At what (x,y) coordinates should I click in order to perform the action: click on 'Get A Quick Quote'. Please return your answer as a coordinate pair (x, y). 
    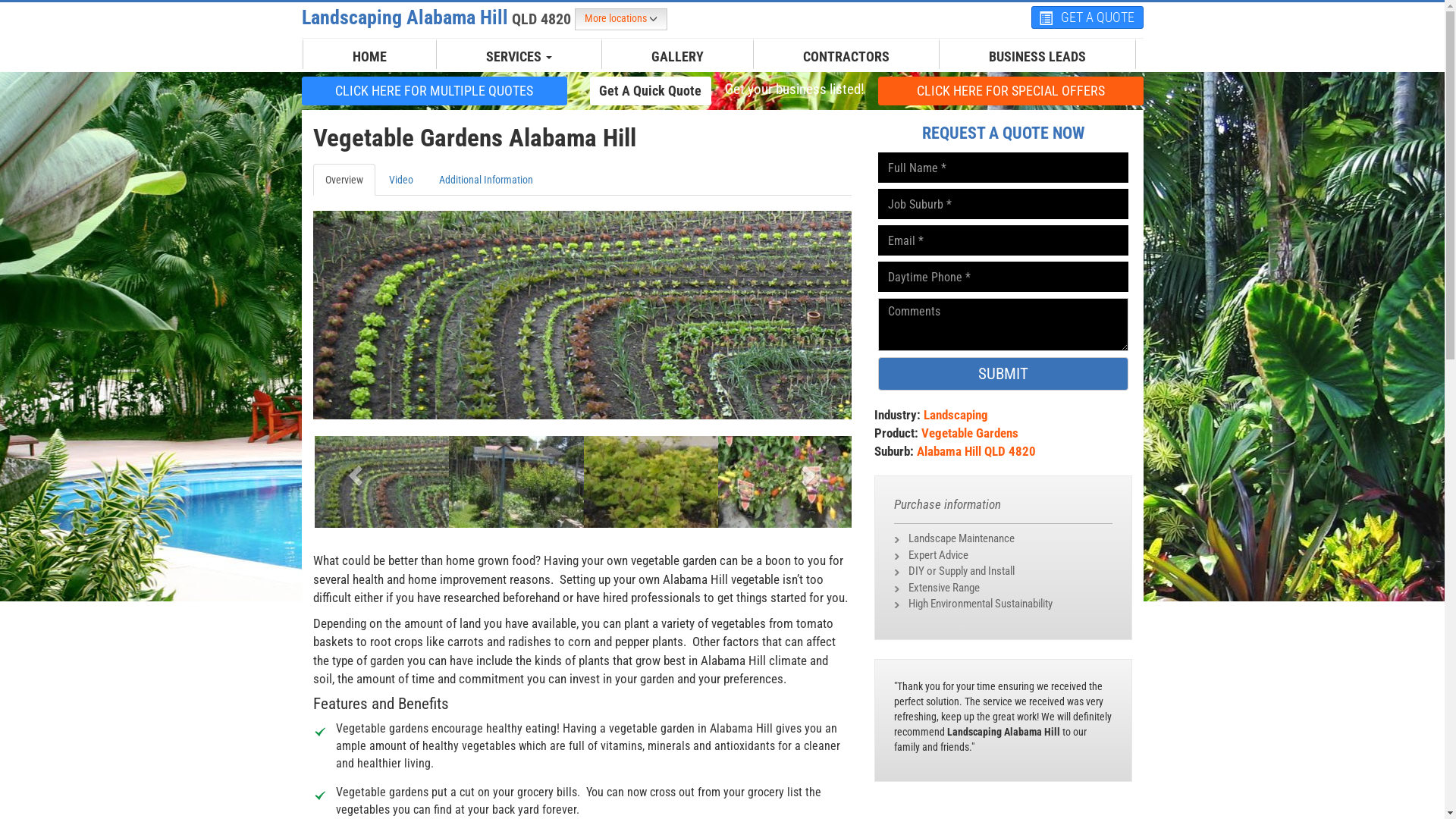
    Looking at the image, I should click on (651, 90).